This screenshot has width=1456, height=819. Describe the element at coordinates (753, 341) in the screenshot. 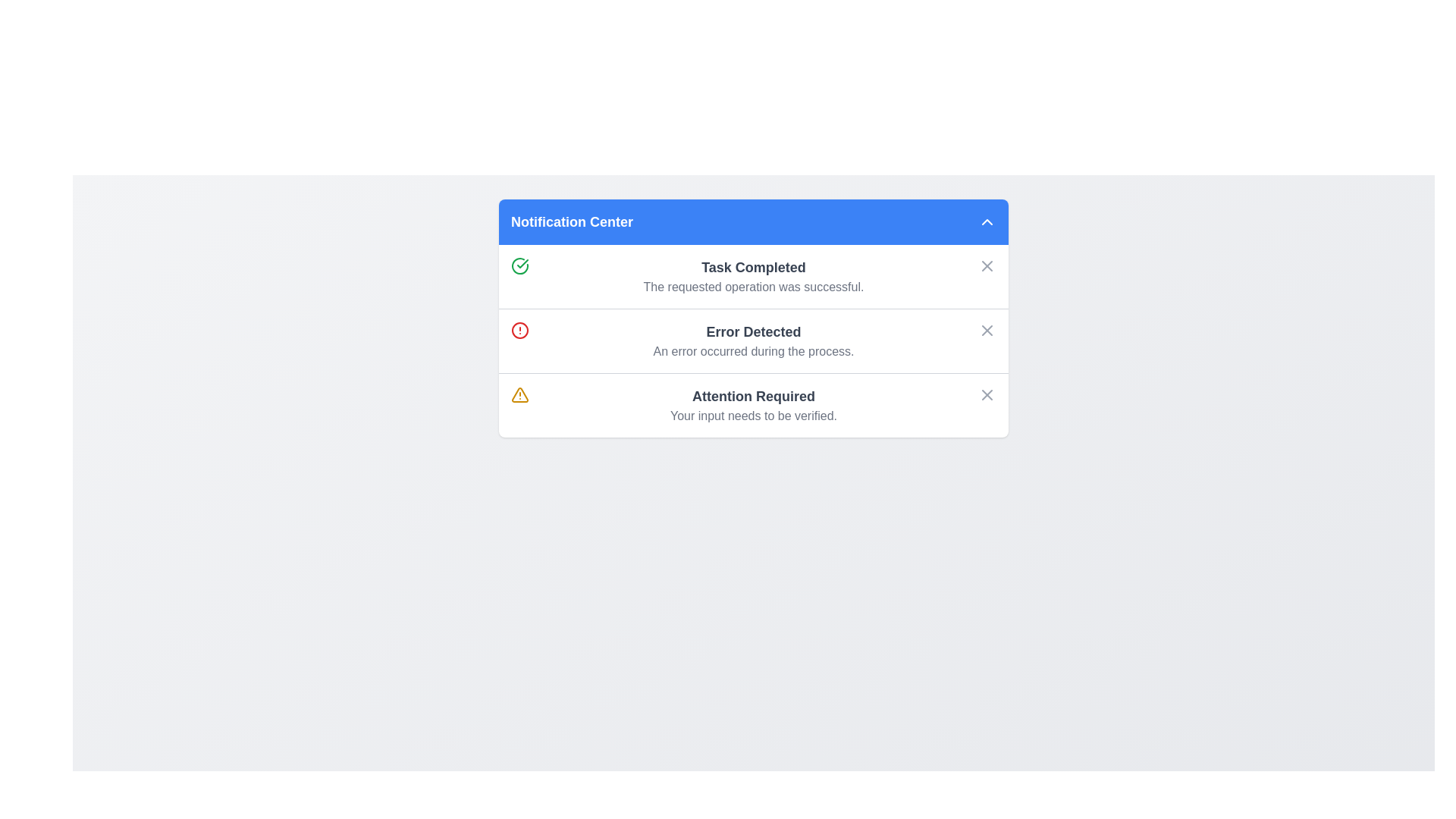

I see `the second notification item in the notification panel` at that location.